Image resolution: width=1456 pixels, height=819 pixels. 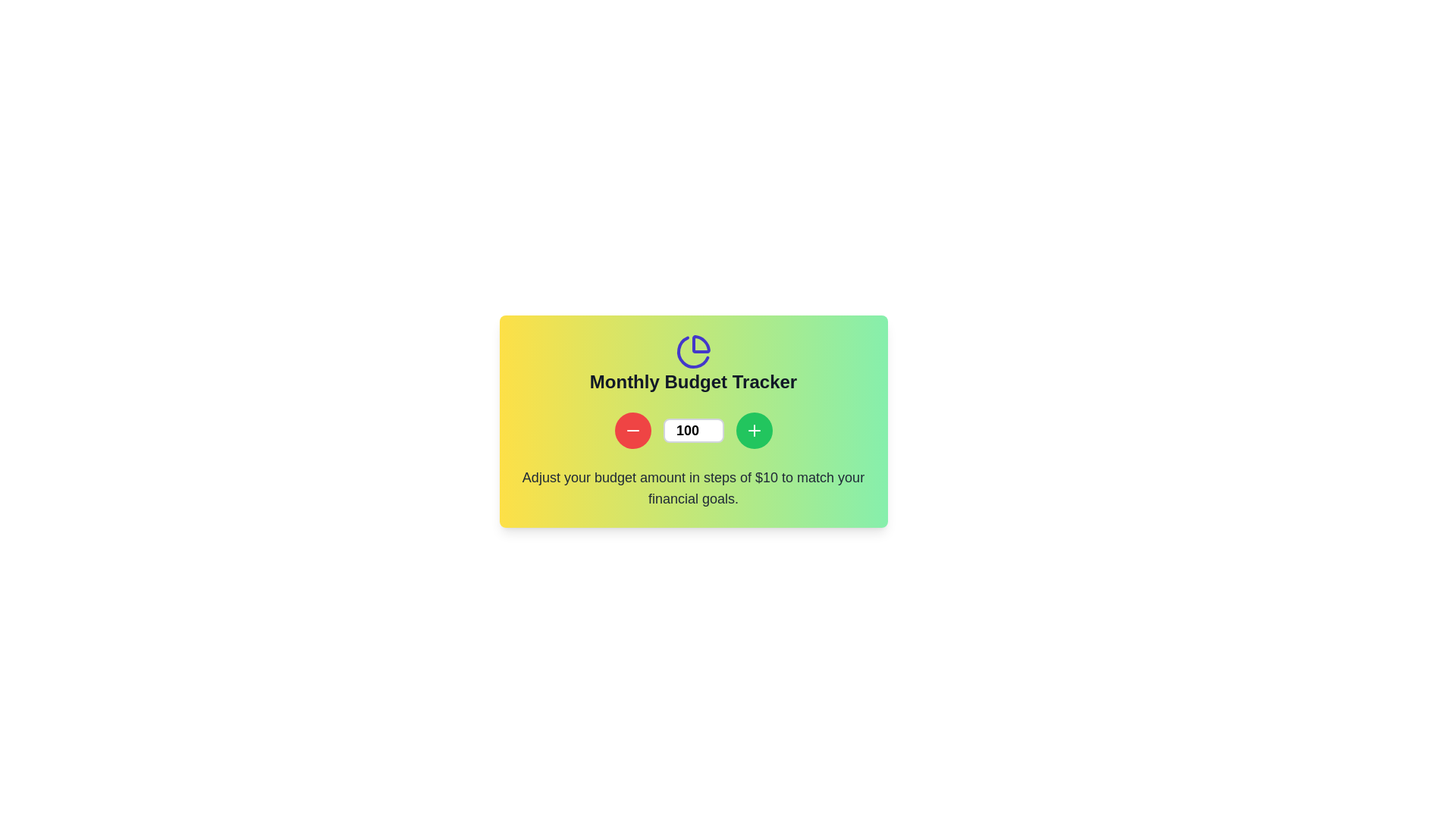 What do you see at coordinates (754, 430) in the screenshot?
I see `the button used to increase the value in the adjacent number input field, located to the right of the number input field` at bounding box center [754, 430].